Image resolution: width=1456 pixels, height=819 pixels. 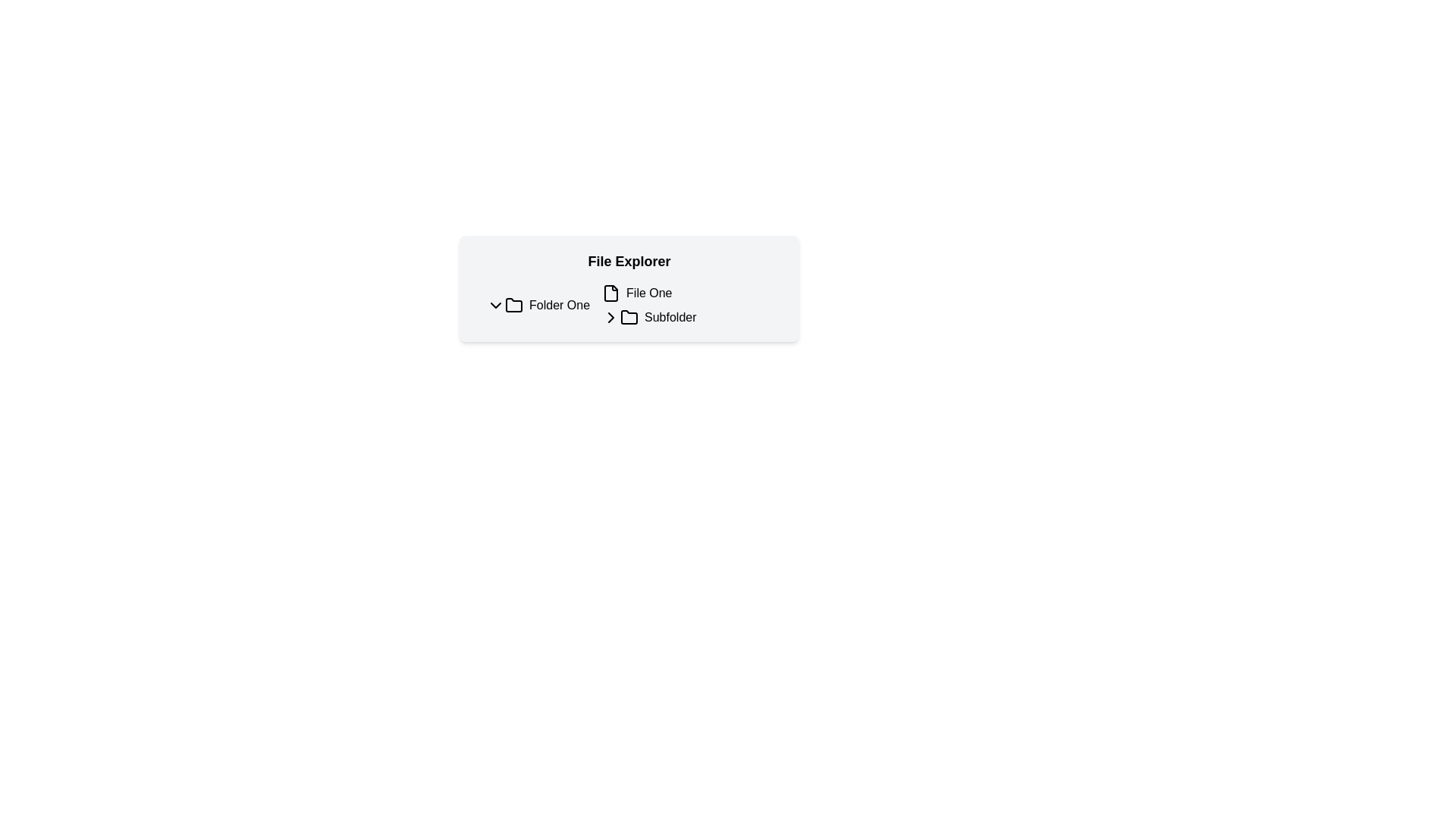 What do you see at coordinates (629, 260) in the screenshot?
I see `the 'File Explorer' text label, which is styled in bold and larger size, positioned at the top center of the file navigation interface` at bounding box center [629, 260].